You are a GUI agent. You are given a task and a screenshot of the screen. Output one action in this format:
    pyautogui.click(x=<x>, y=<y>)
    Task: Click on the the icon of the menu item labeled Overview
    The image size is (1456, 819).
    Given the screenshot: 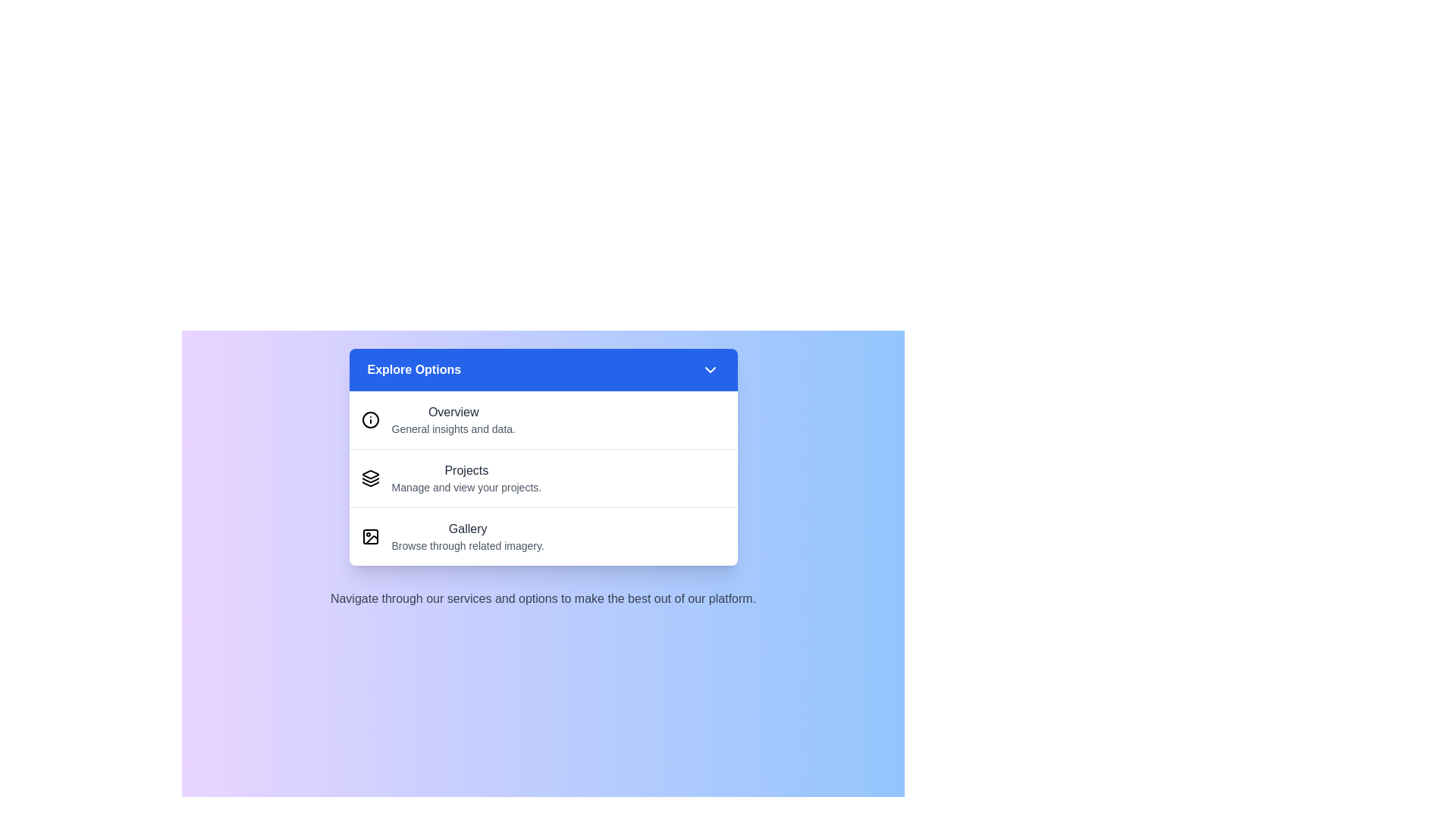 What is the action you would take?
    pyautogui.click(x=370, y=420)
    